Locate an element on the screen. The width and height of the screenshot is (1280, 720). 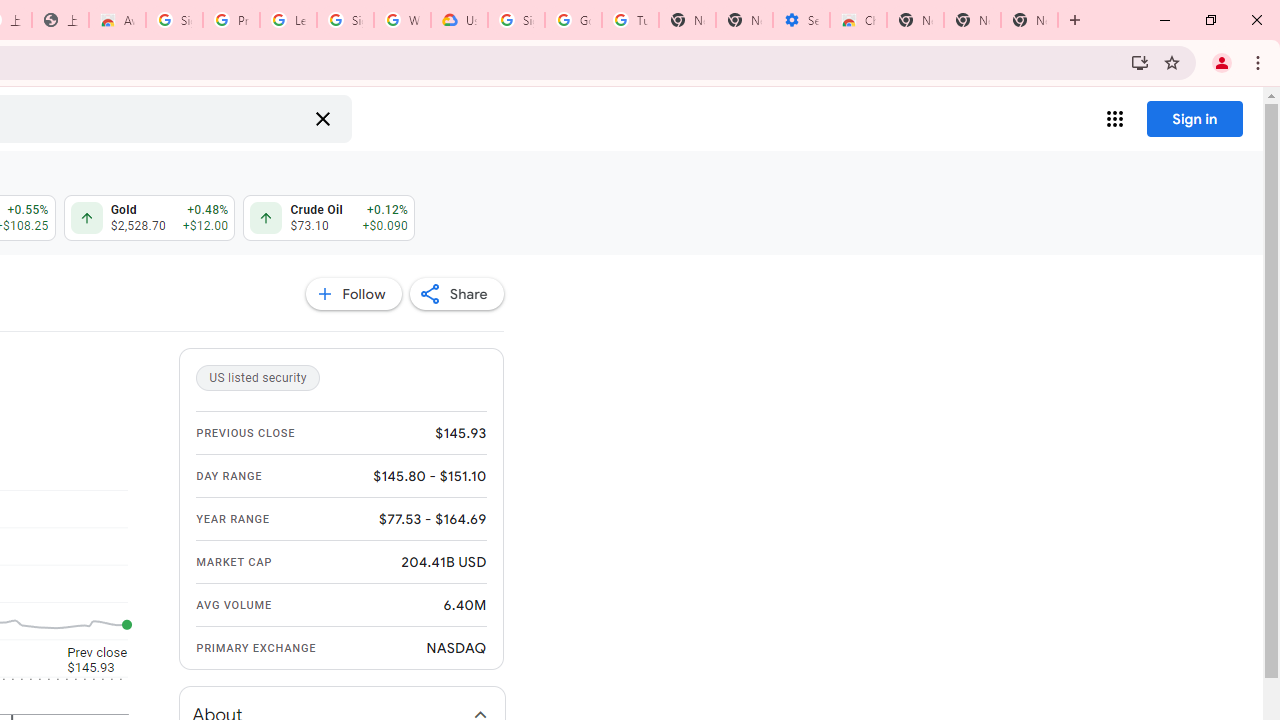
'Share' is located at coordinates (455, 294).